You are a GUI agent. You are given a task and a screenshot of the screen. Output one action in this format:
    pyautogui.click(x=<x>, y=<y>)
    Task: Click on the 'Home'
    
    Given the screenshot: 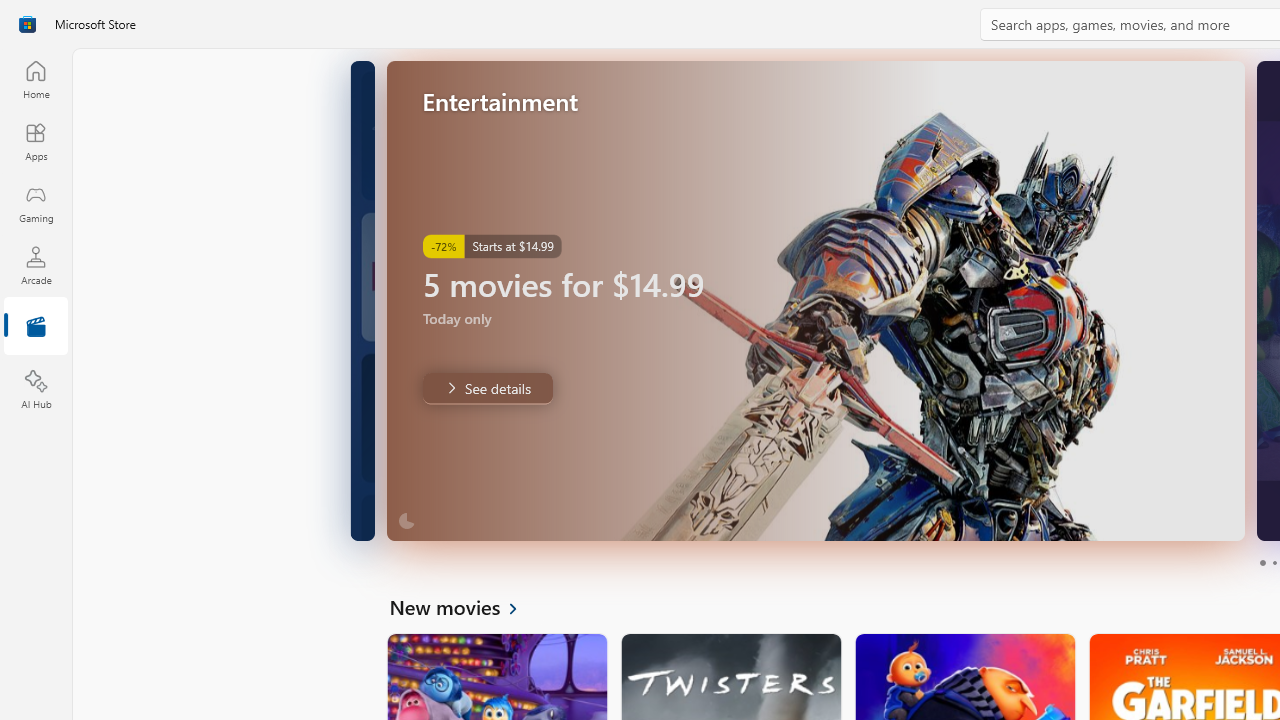 What is the action you would take?
    pyautogui.click(x=35, y=78)
    